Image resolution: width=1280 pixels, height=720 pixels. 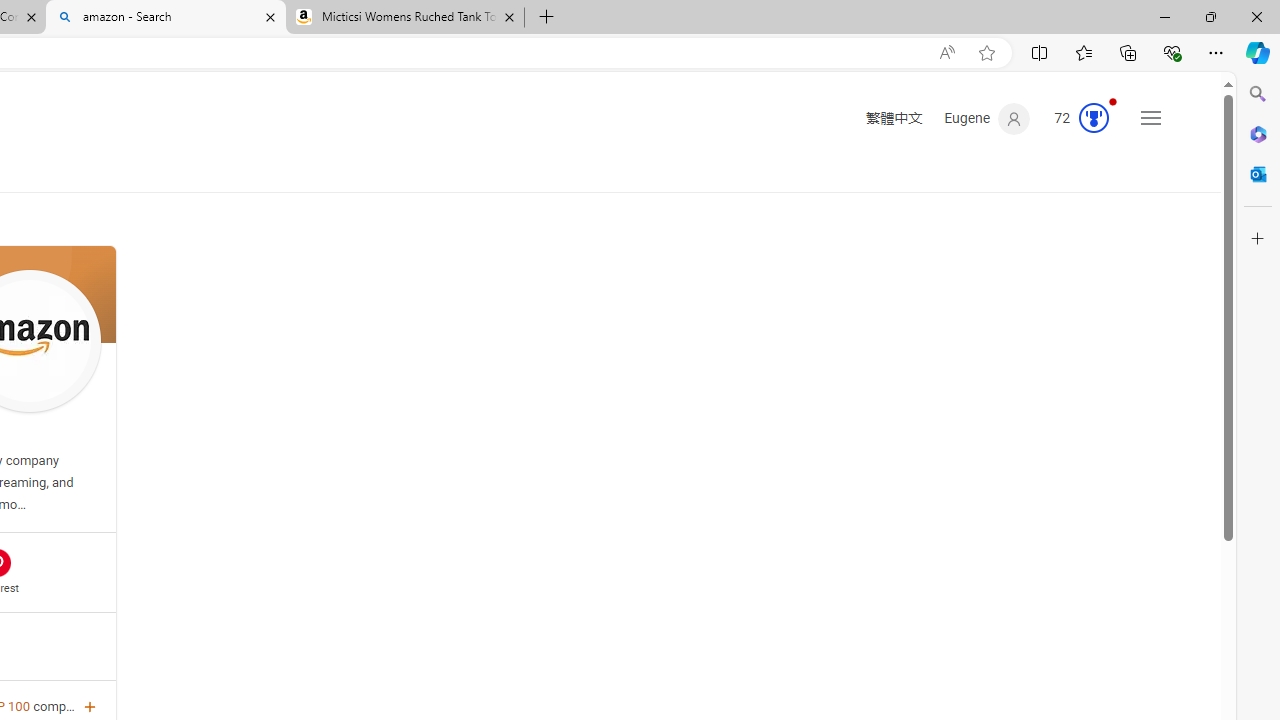 I want to click on 'Animation', so click(x=1111, y=101).